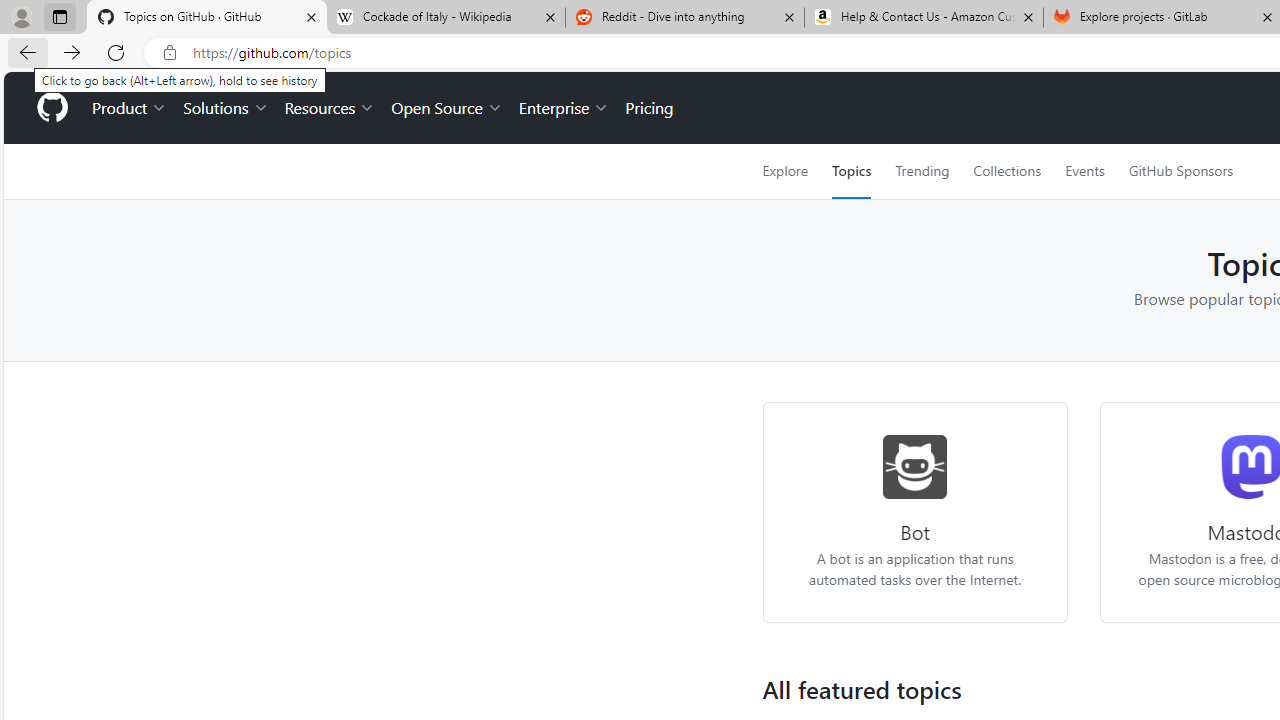 This screenshot has height=720, width=1280. I want to click on 'Open Source', so click(445, 108).